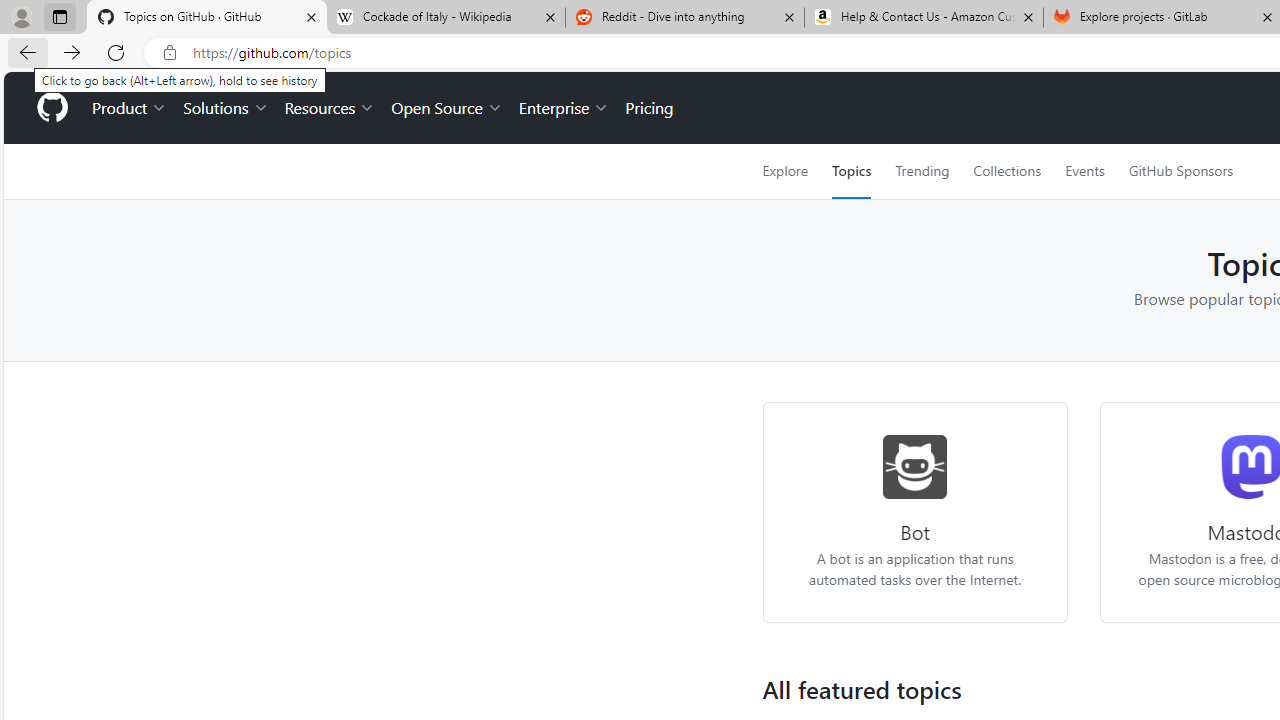 This screenshot has height=720, width=1280. I want to click on 'Open Source', so click(445, 108).